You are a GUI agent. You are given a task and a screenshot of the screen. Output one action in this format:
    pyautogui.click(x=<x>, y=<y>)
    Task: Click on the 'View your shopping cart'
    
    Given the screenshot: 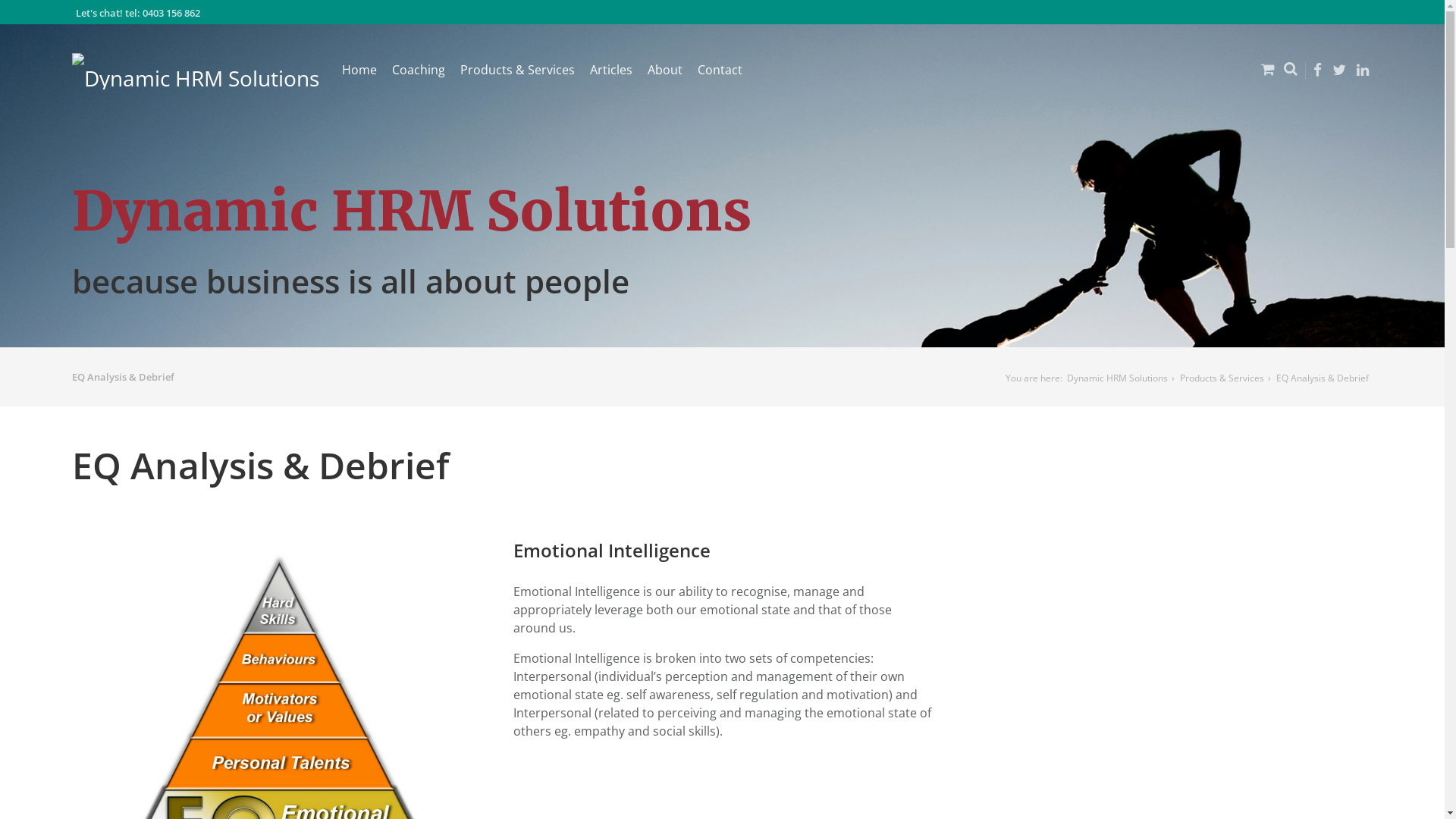 What is the action you would take?
    pyautogui.click(x=1248, y=80)
    